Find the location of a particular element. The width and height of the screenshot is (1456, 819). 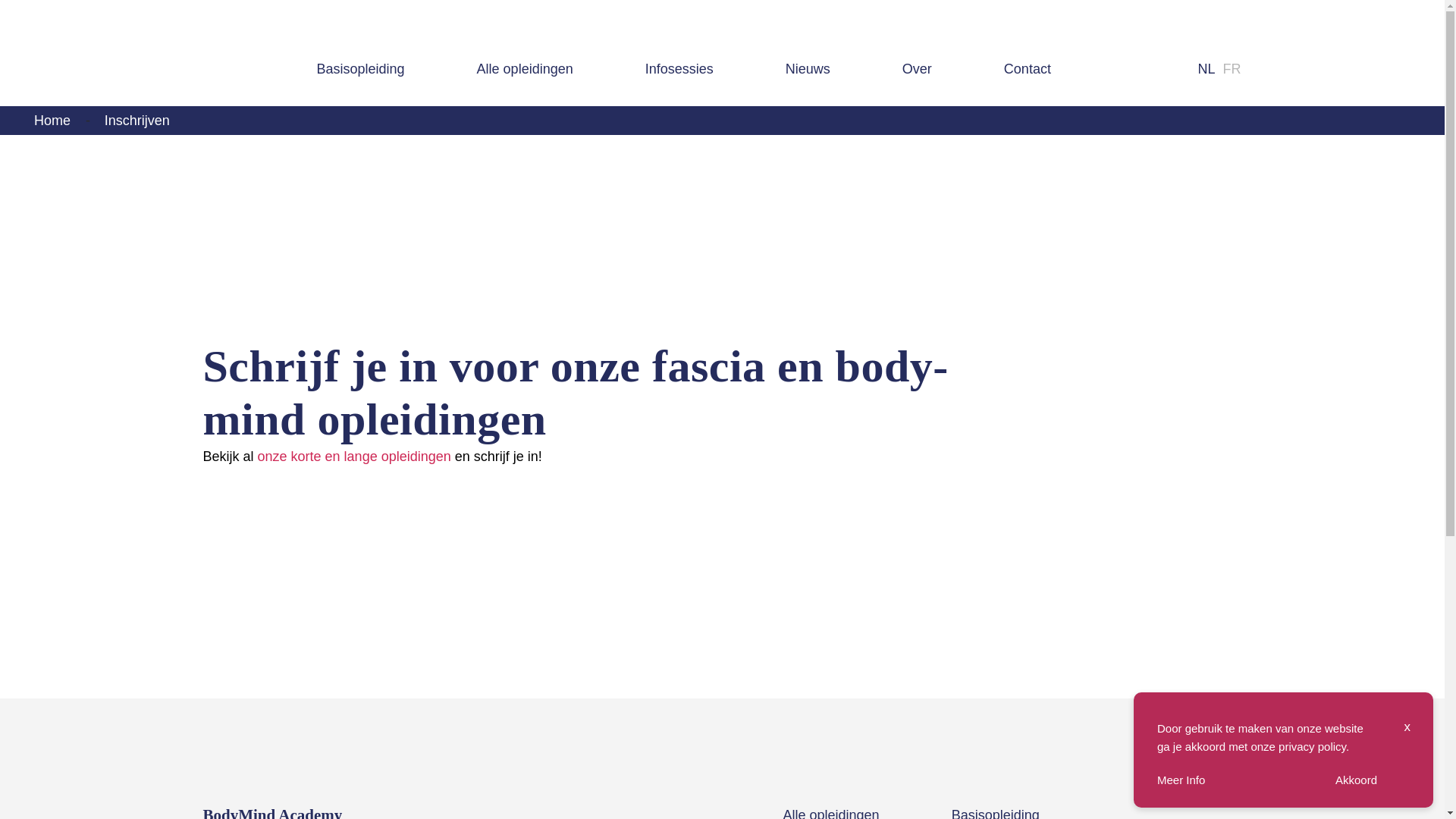

'Contact' is located at coordinates (1027, 69).